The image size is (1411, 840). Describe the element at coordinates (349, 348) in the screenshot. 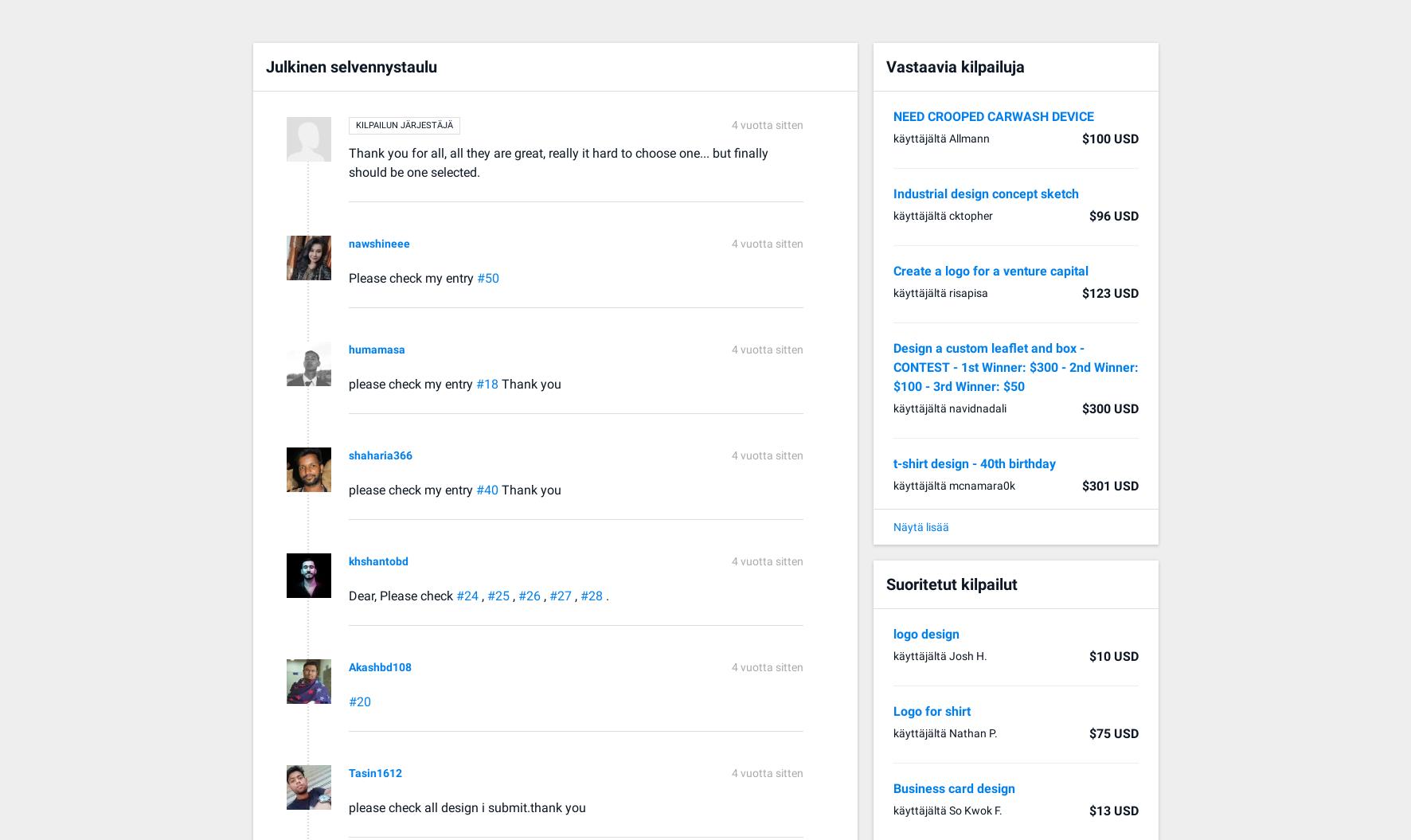

I see `'humamasa'` at that location.